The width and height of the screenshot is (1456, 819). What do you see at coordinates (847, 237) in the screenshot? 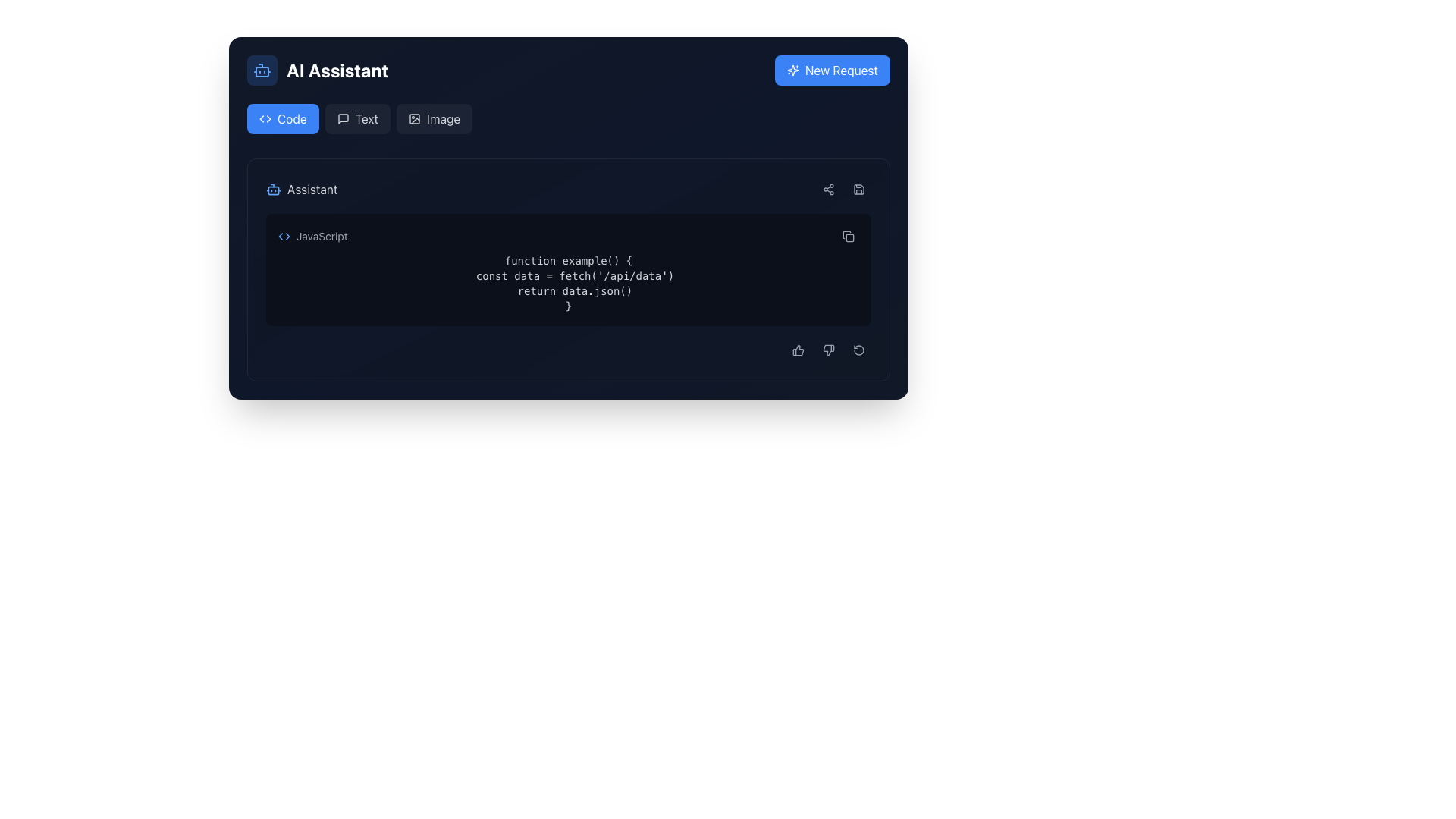
I see `the compact document-copy button located in the top-right region of the interactive interface to copy content` at bounding box center [847, 237].